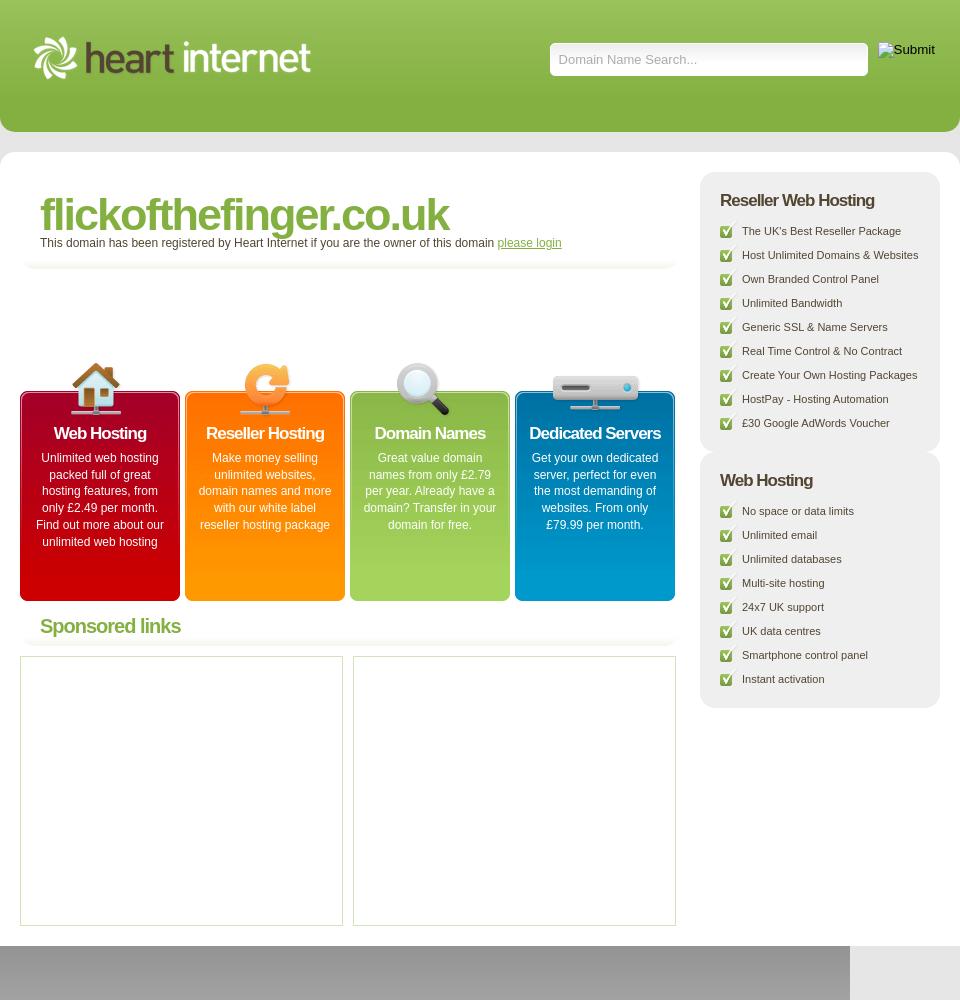 This screenshot has width=960, height=1000. Describe the element at coordinates (782, 606) in the screenshot. I see `'24x7 UK support'` at that location.